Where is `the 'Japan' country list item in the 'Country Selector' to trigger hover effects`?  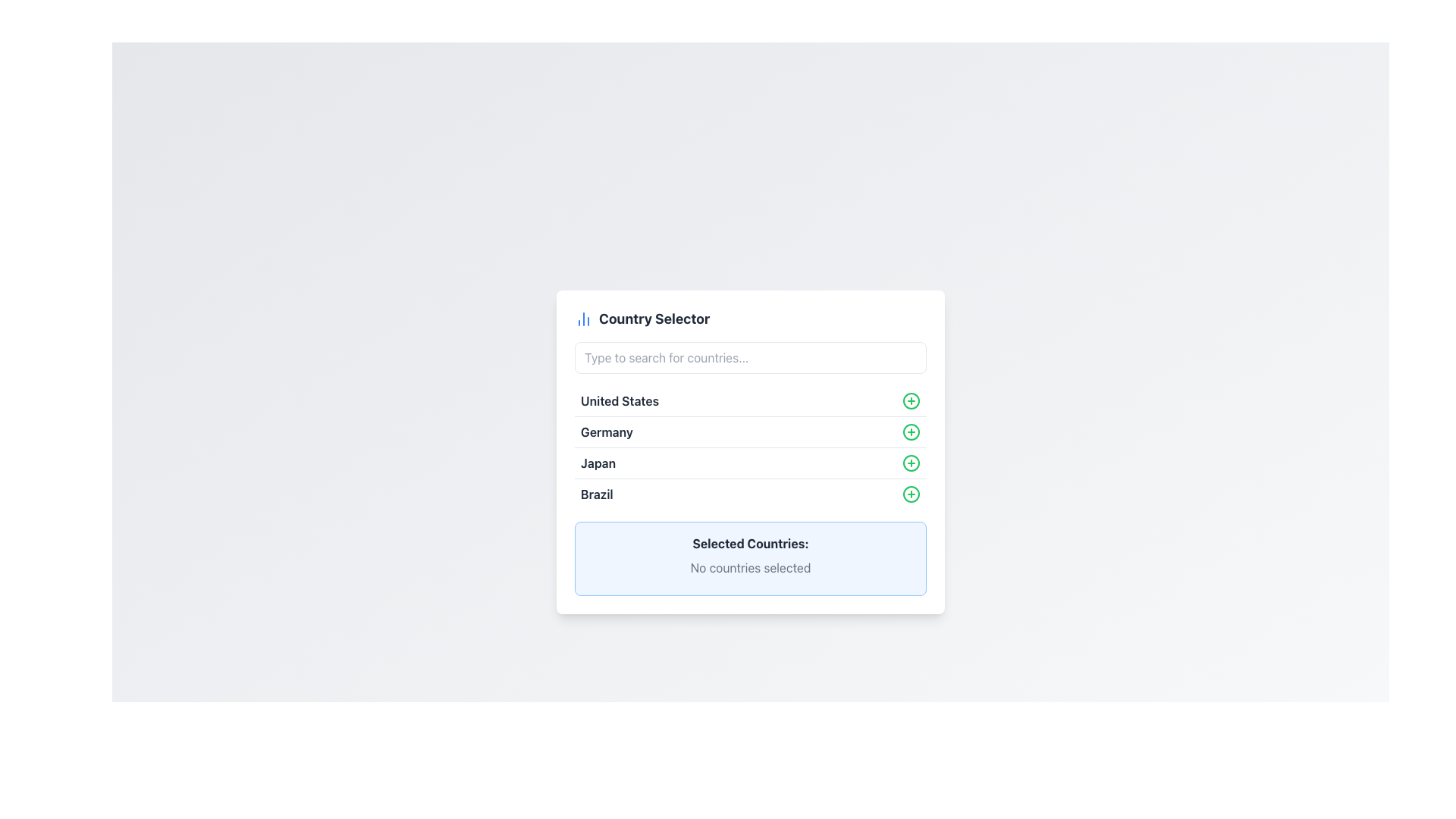 the 'Japan' country list item in the 'Country Selector' to trigger hover effects is located at coordinates (750, 461).